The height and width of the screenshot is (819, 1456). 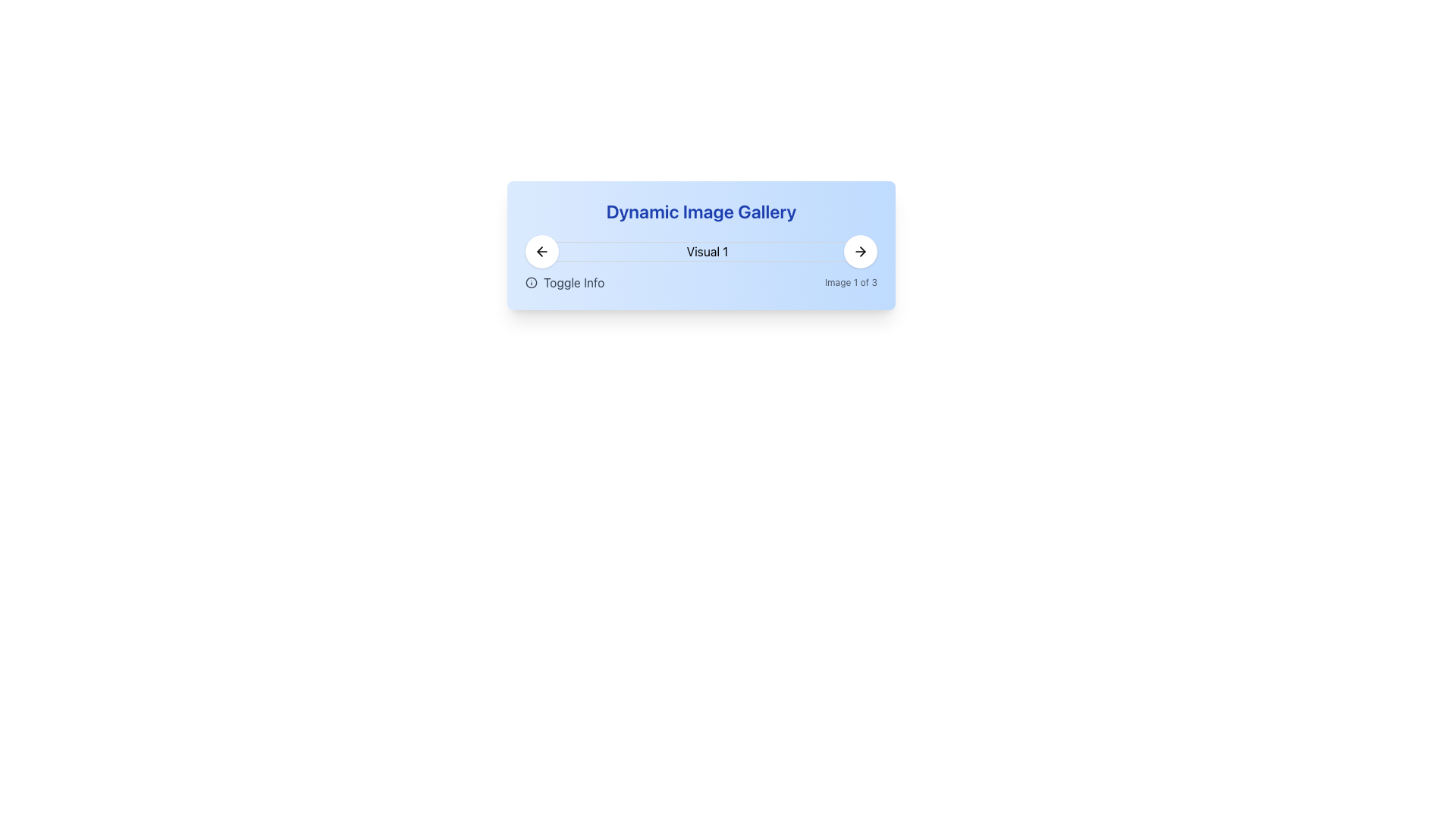 What do you see at coordinates (531, 283) in the screenshot?
I see `the circular information icon with an 'i' symbol, located to the left of the 'Toggle Info' text group` at bounding box center [531, 283].